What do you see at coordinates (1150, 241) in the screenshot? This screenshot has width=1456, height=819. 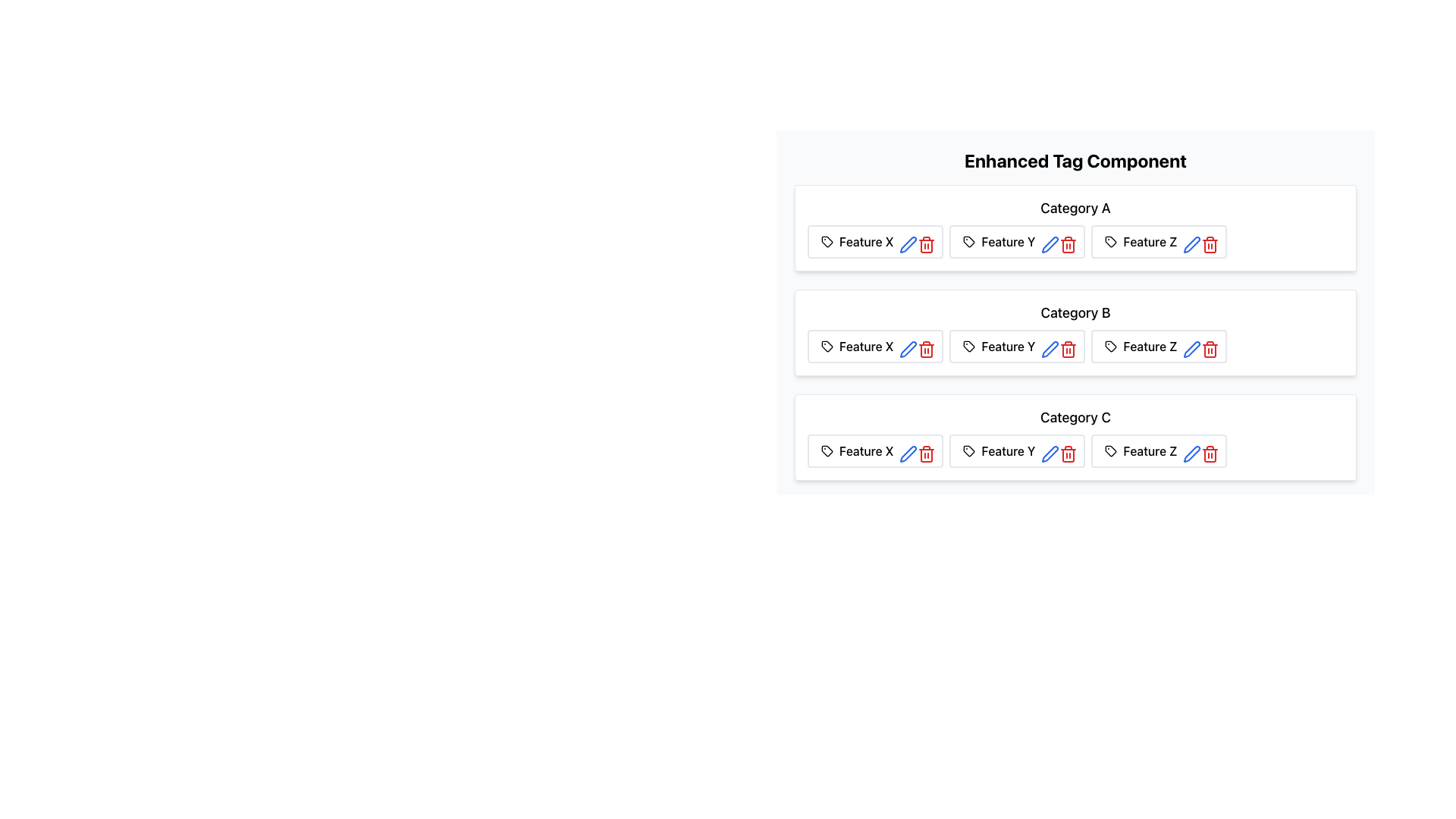 I see `the text label 'Feature Z' which identifies a specific feature within 'Category A'` at bounding box center [1150, 241].